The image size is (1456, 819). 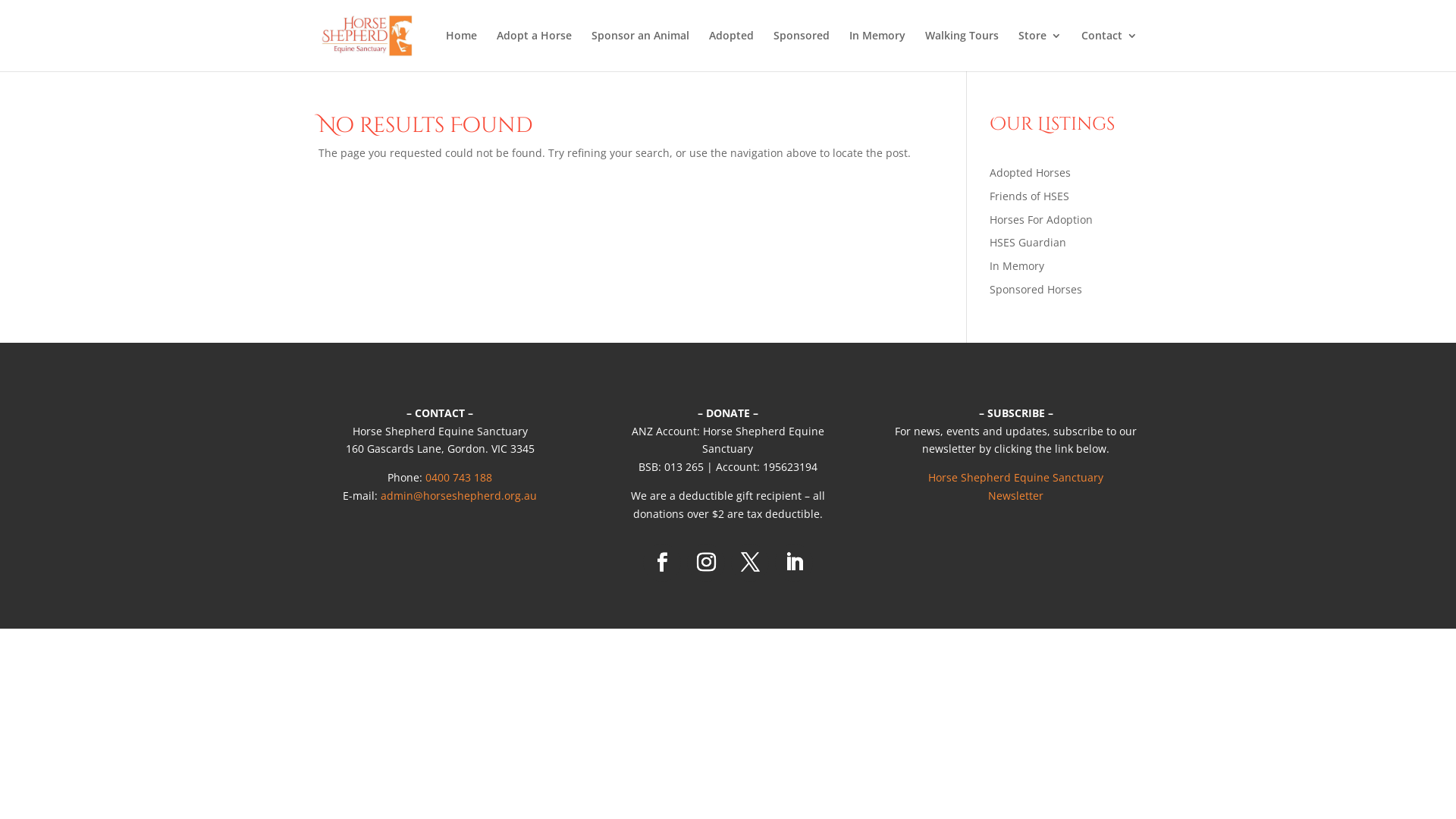 What do you see at coordinates (457, 495) in the screenshot?
I see `'admin@horseshepherd.org.au'` at bounding box center [457, 495].